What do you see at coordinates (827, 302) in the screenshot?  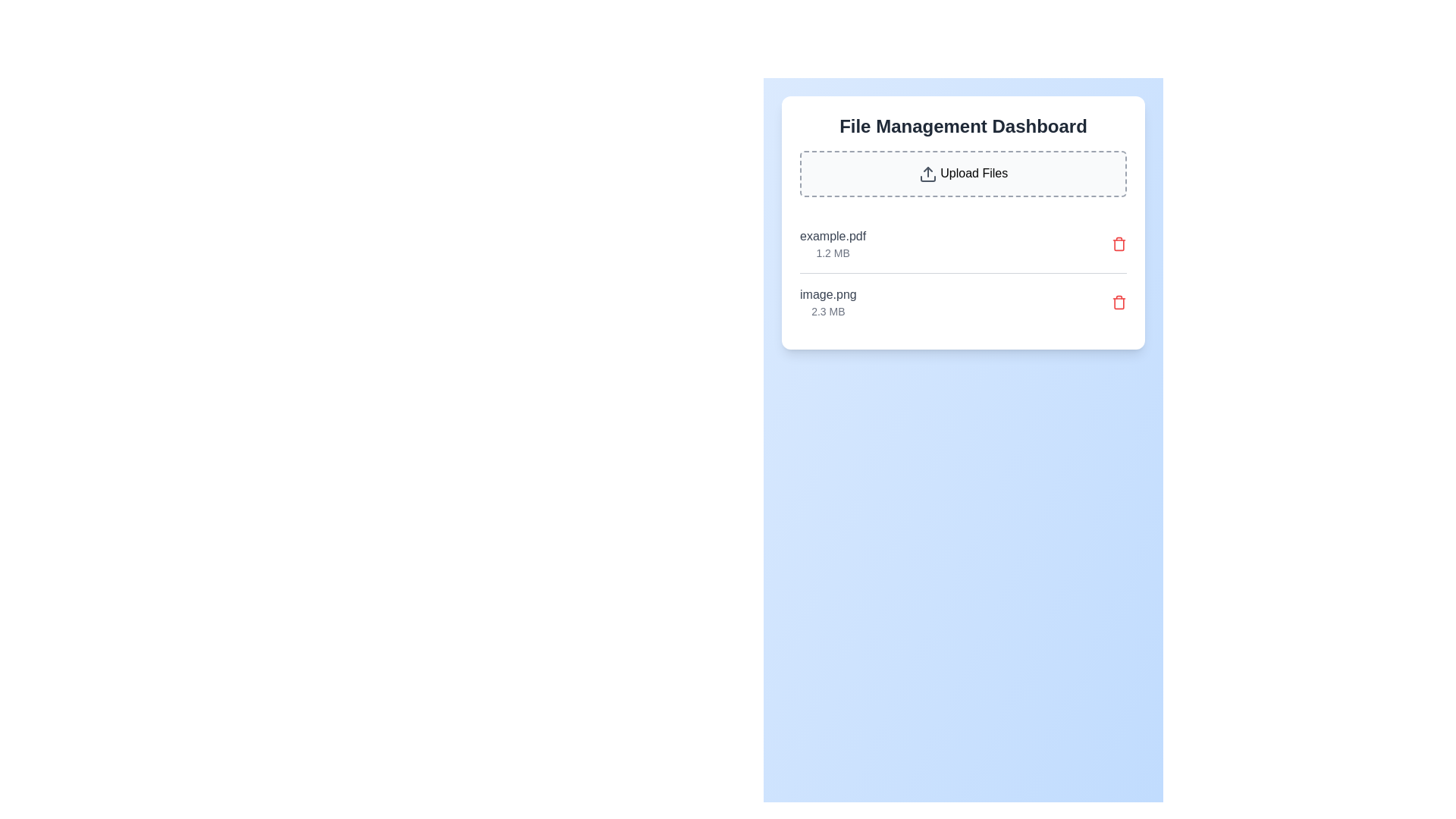 I see `the area surrounding the text display showing 'image.png' and '2.3 MB'` at bounding box center [827, 302].